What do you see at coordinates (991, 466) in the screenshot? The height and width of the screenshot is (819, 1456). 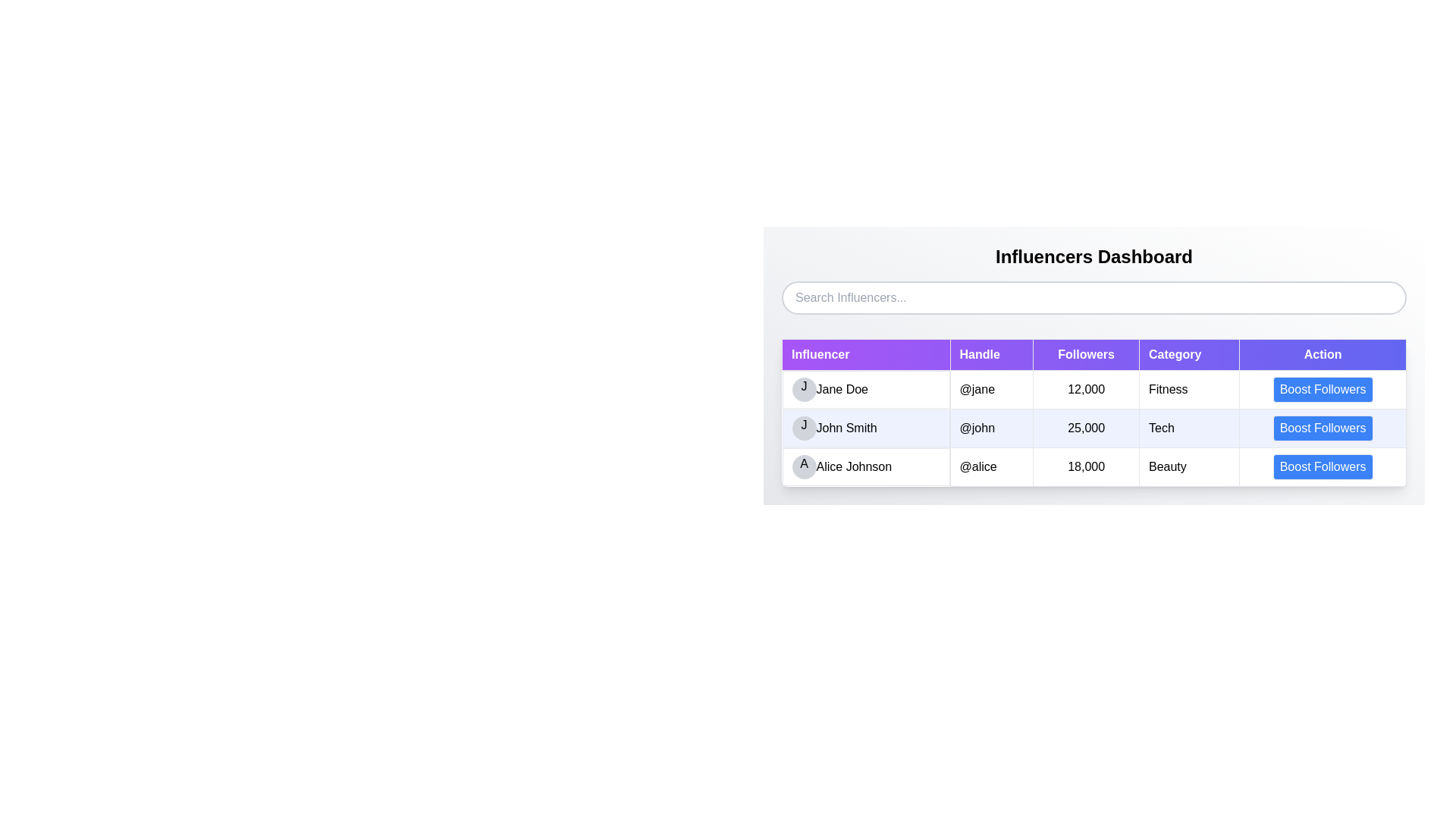 I see `the static text label displaying the username 'Alice Johnson' in the third row of the table, located in the 'Handle' column` at bounding box center [991, 466].